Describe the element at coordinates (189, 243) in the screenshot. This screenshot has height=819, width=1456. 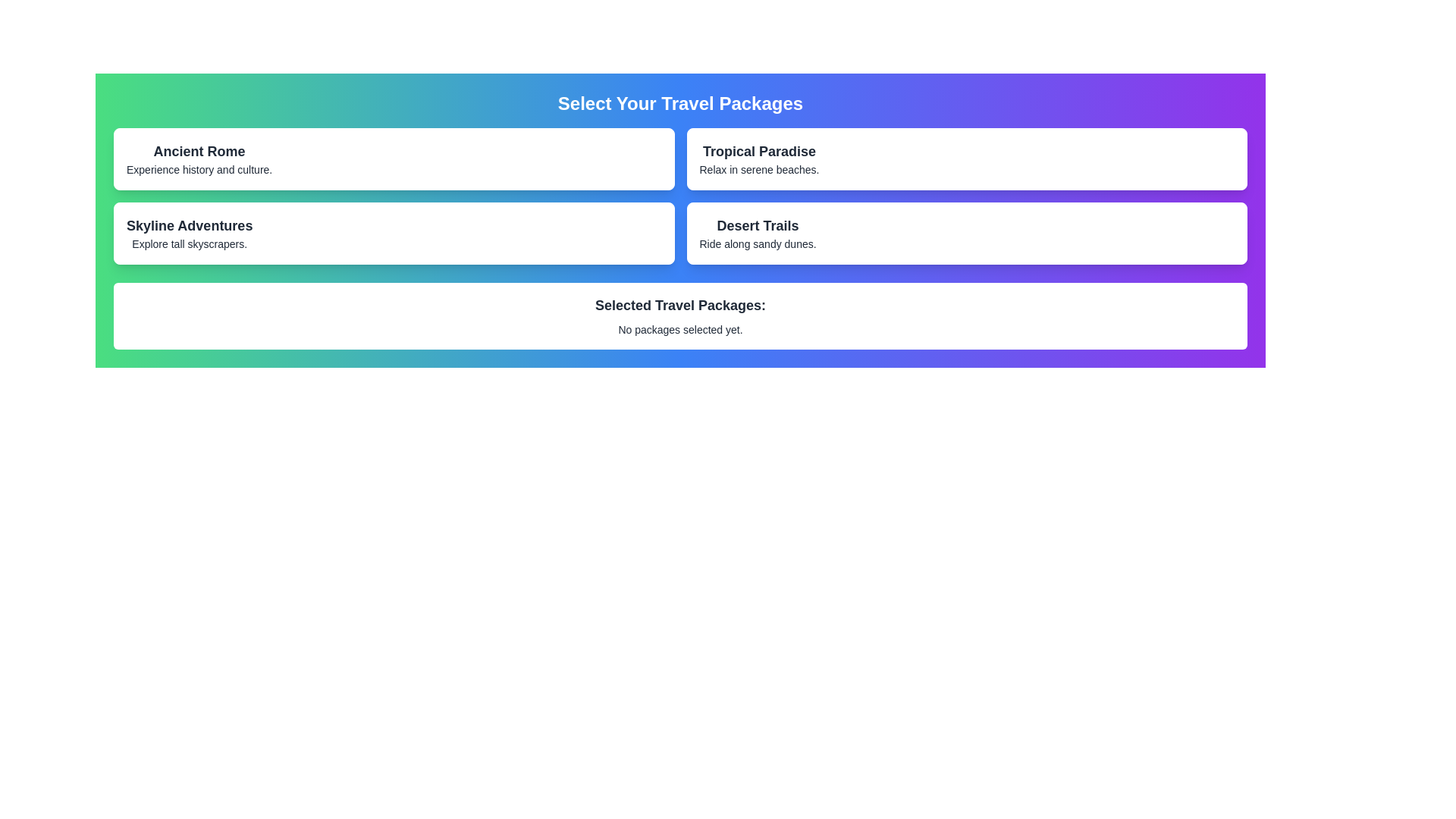
I see `the Text label displaying 'Explore tall skyscrapers.' located under the heading 'Skyline Adventures'` at that location.